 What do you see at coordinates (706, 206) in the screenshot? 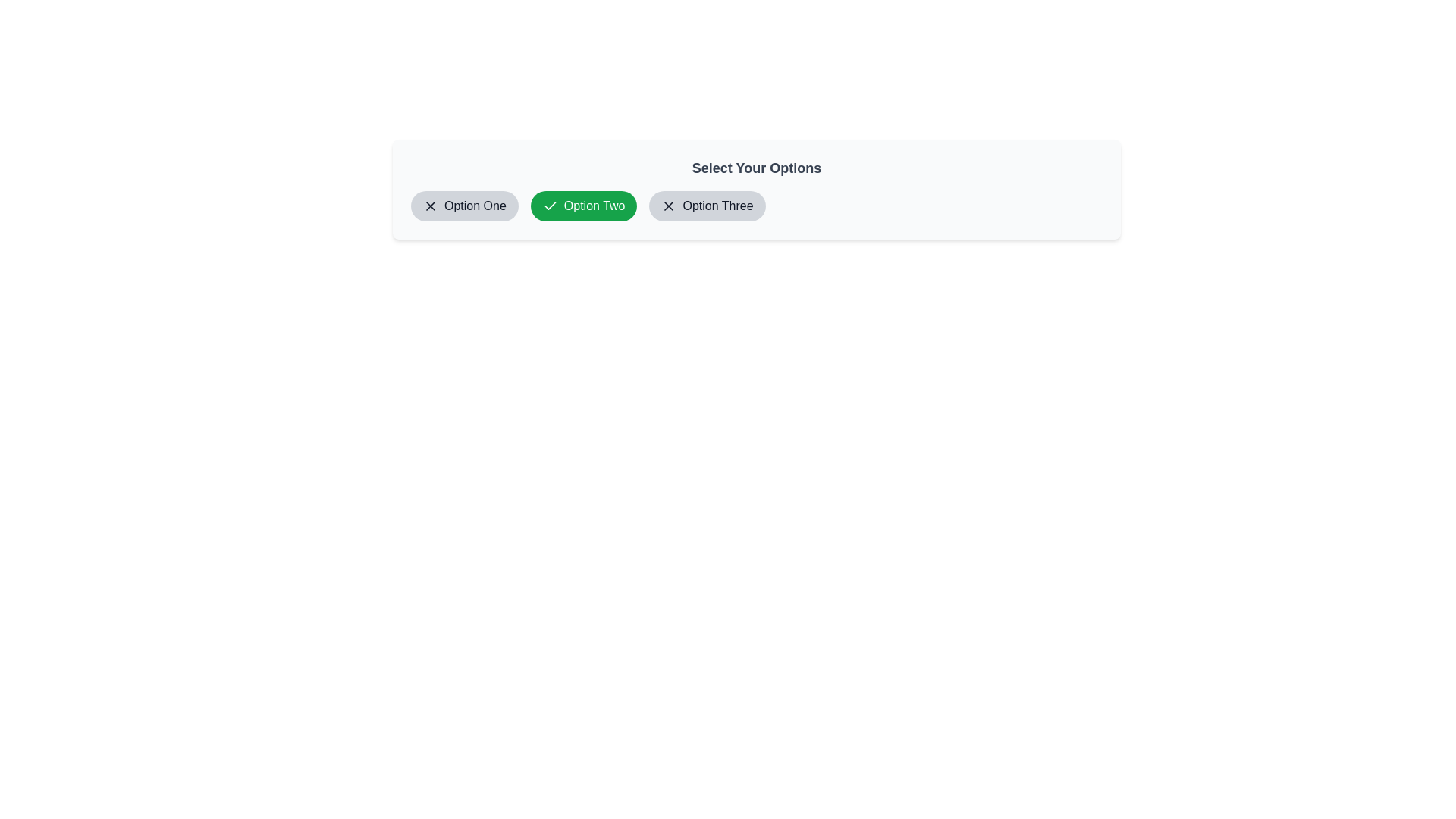
I see `the option Option Three by clicking its corresponding button` at bounding box center [706, 206].